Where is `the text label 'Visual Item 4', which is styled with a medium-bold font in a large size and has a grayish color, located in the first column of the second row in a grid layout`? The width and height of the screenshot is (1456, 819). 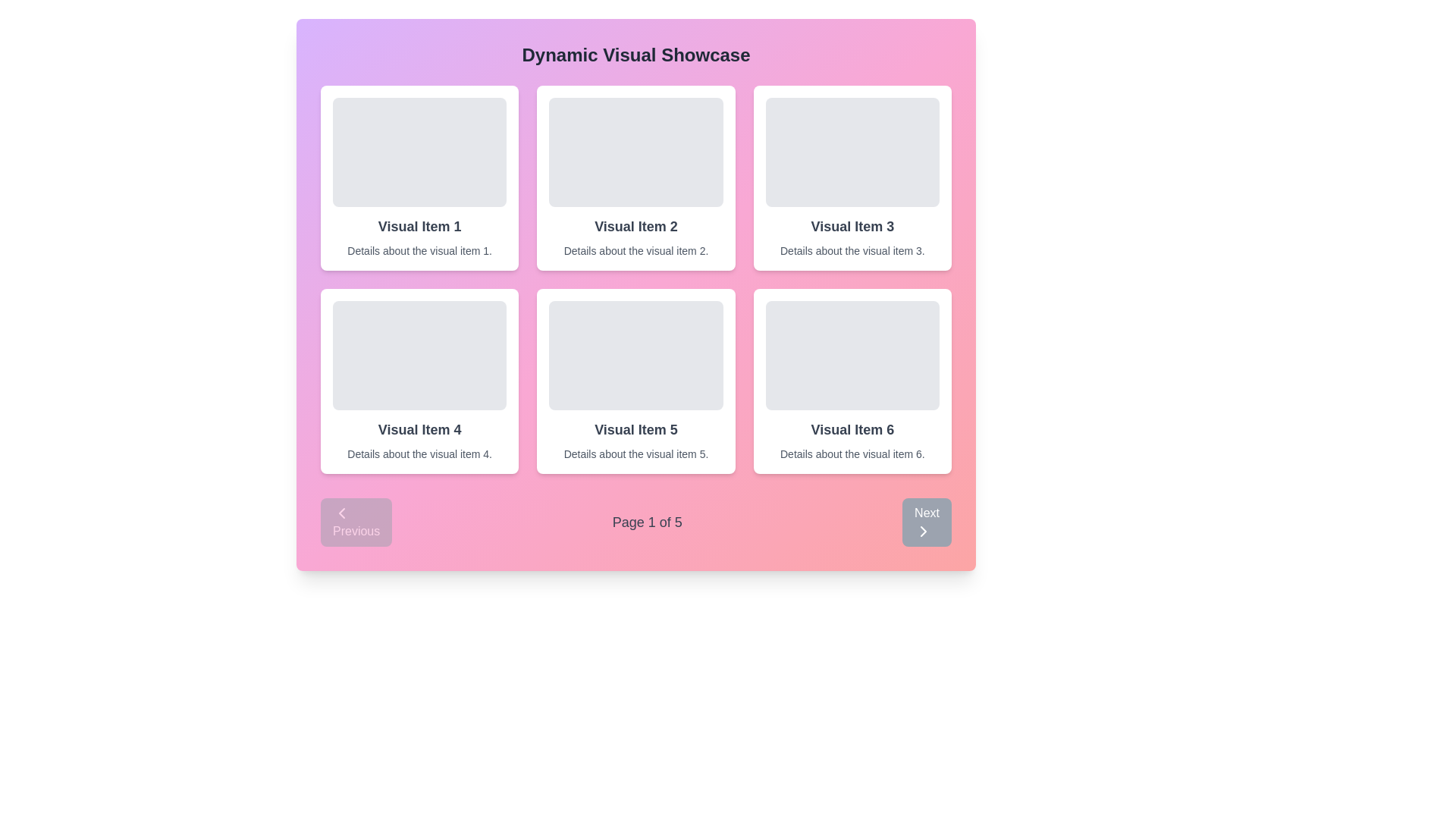 the text label 'Visual Item 4', which is styled with a medium-bold font in a large size and has a grayish color, located in the first column of the second row in a grid layout is located at coordinates (419, 430).